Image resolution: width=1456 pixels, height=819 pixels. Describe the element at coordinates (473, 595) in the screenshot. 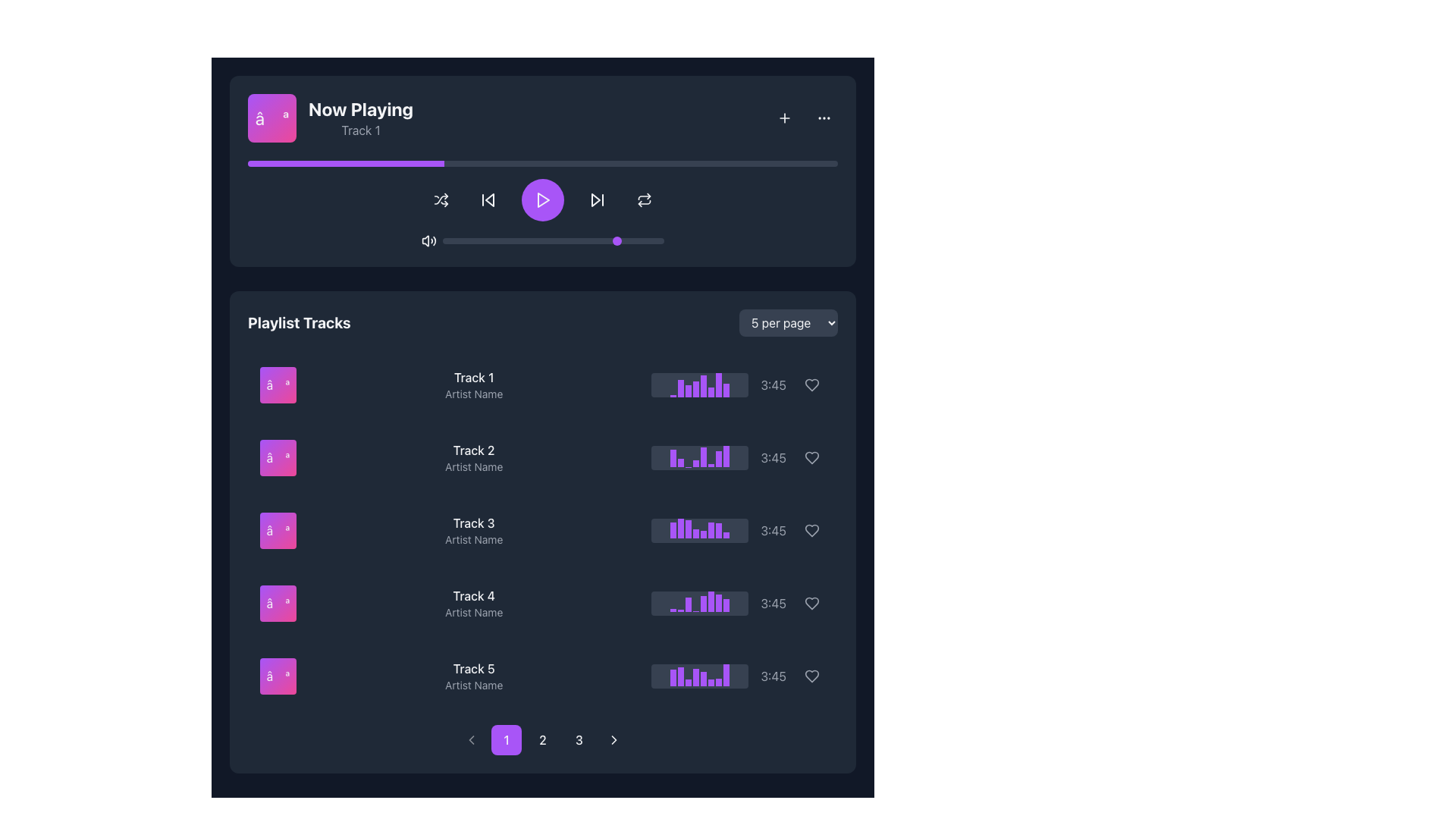

I see `the static text label displaying 'Track 4' in the playlist area, located in the fourth position under the 'Playlist Tracks' header` at that location.